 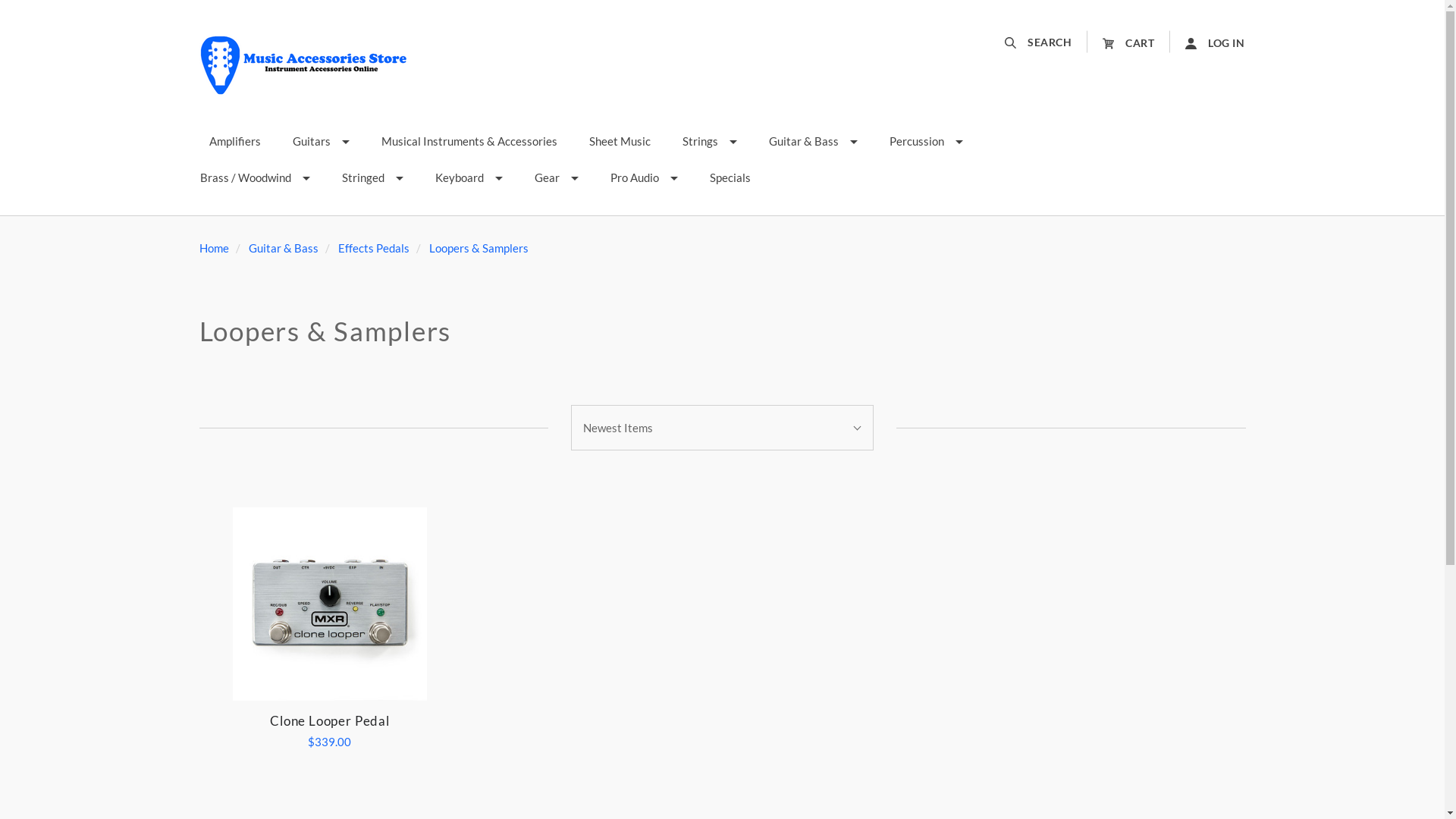 What do you see at coordinates (1044, 40) in the screenshot?
I see `'SEARCH'` at bounding box center [1044, 40].